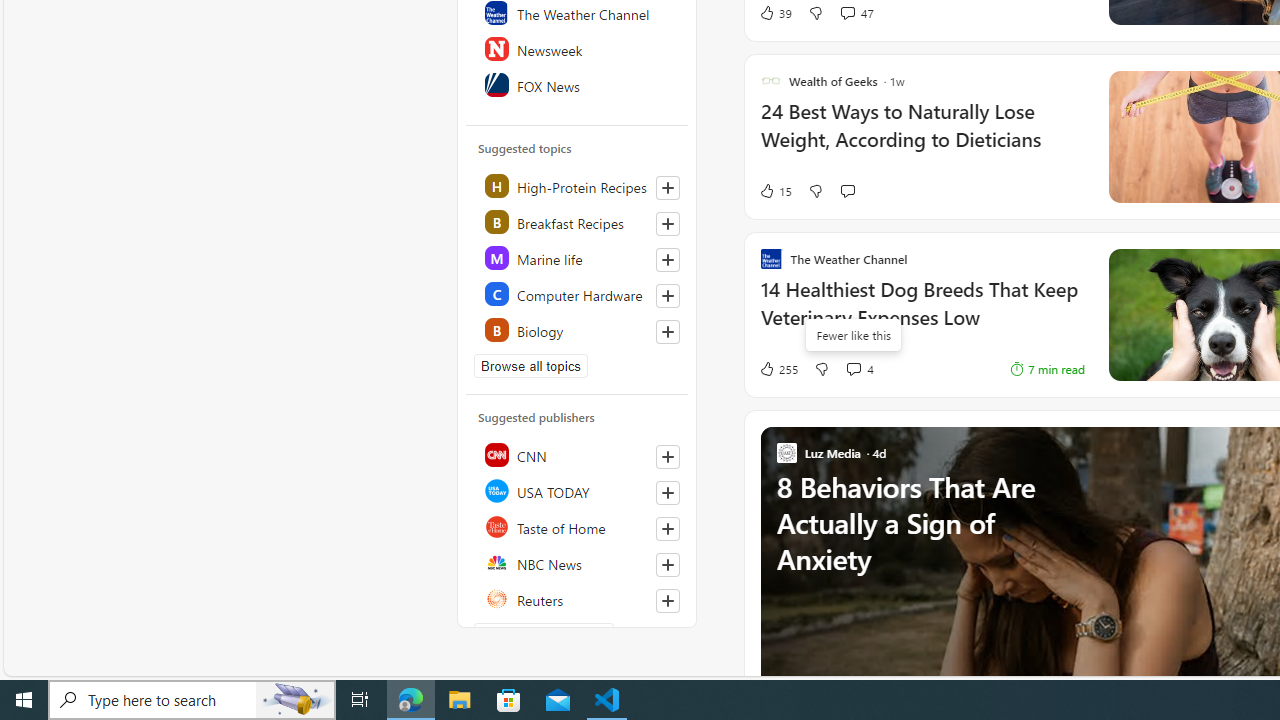 The image size is (1280, 720). Describe the element at coordinates (531, 366) in the screenshot. I see `'Browse all topics'` at that location.